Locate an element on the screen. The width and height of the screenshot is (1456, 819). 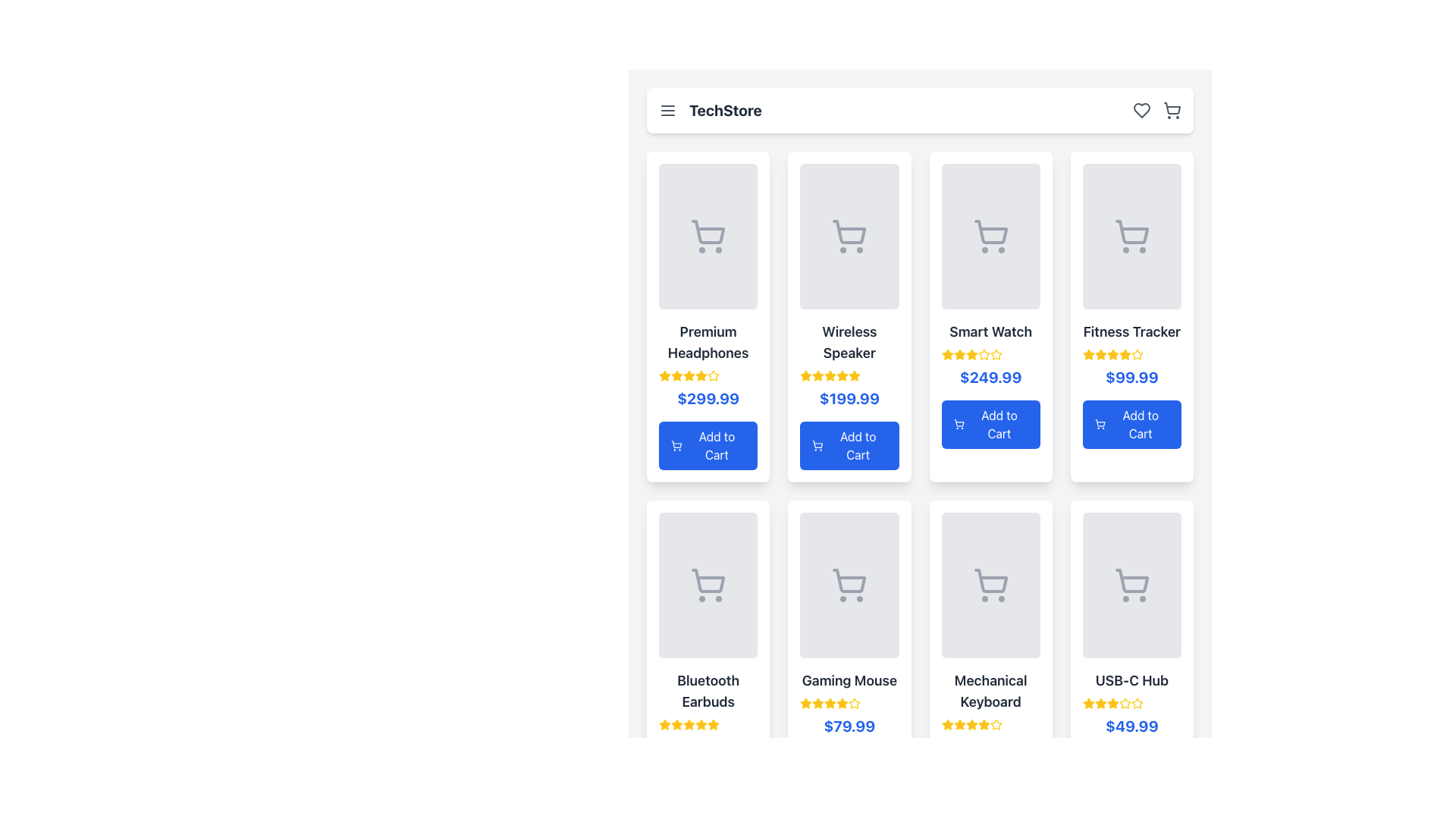
the third star icon in the rating section of the 'Premium Headphones' product card to visually indicate the user's rating is located at coordinates (688, 375).